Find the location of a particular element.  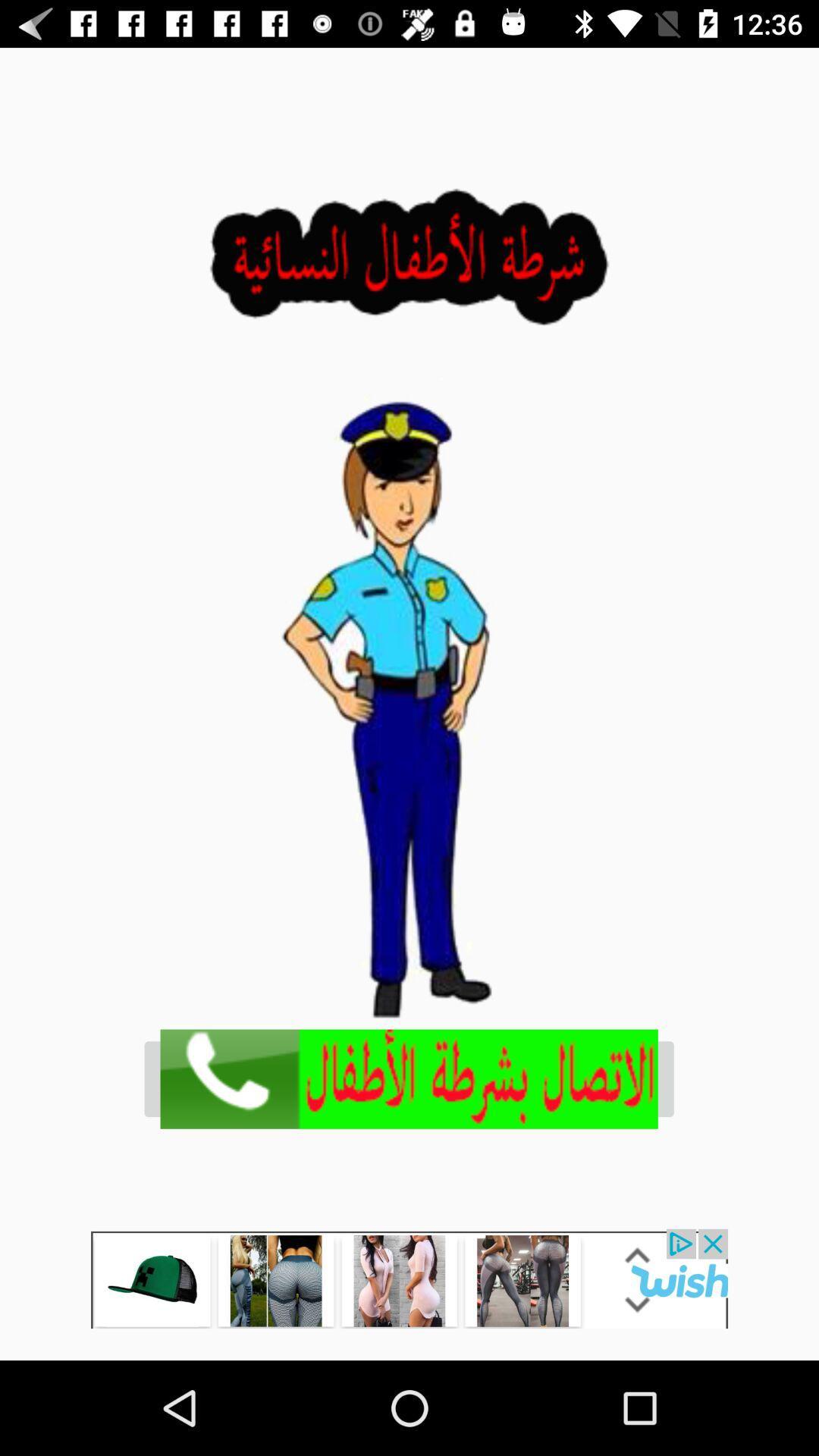

opens up advertisement is located at coordinates (409, 1278).